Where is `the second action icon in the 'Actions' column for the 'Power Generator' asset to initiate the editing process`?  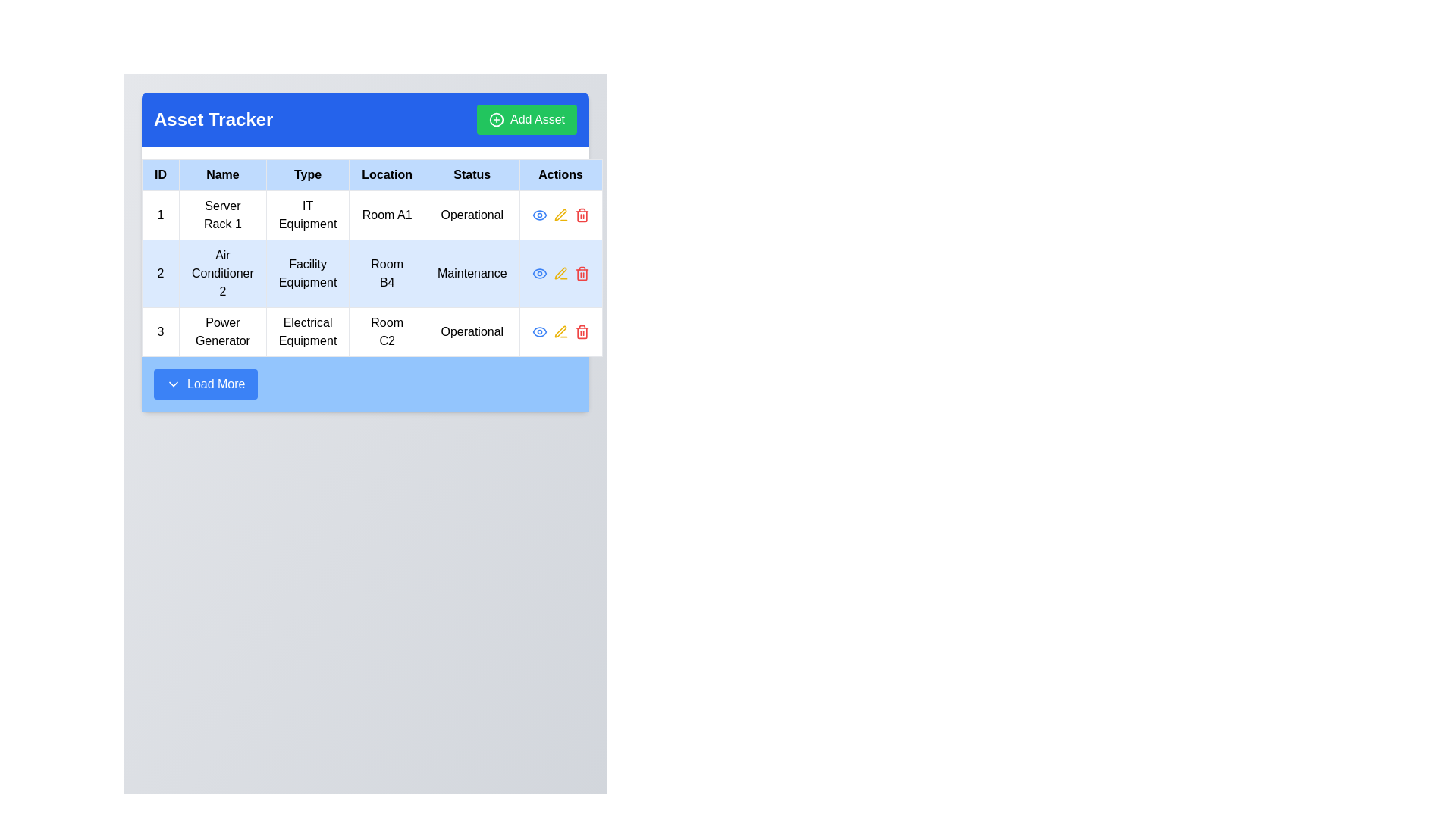
the second action icon in the 'Actions' column for the 'Power Generator' asset to initiate the editing process is located at coordinates (560, 331).